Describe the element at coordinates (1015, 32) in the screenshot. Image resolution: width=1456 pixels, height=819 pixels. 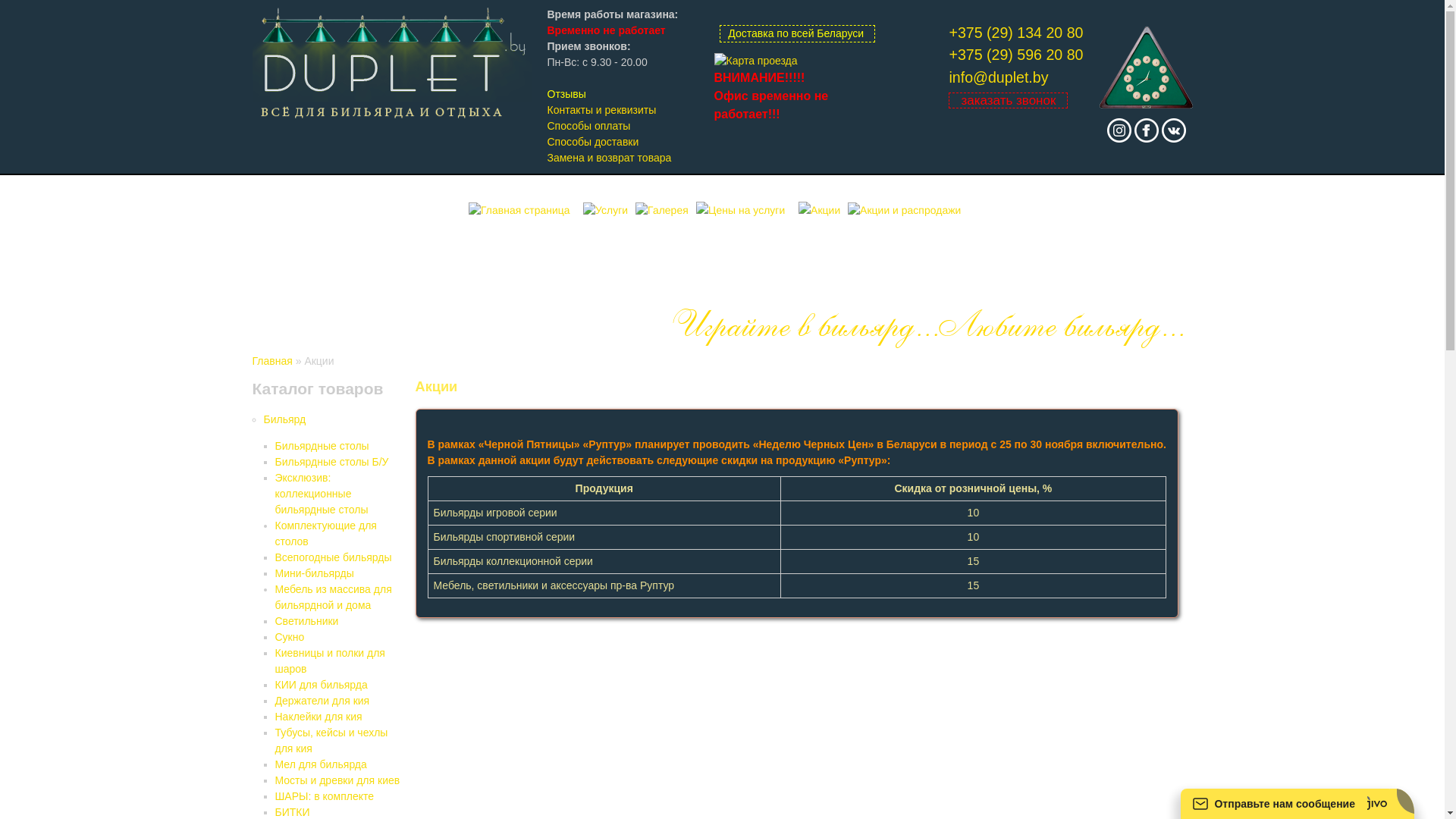
I see `'+375 (29) 134 20 80'` at that location.